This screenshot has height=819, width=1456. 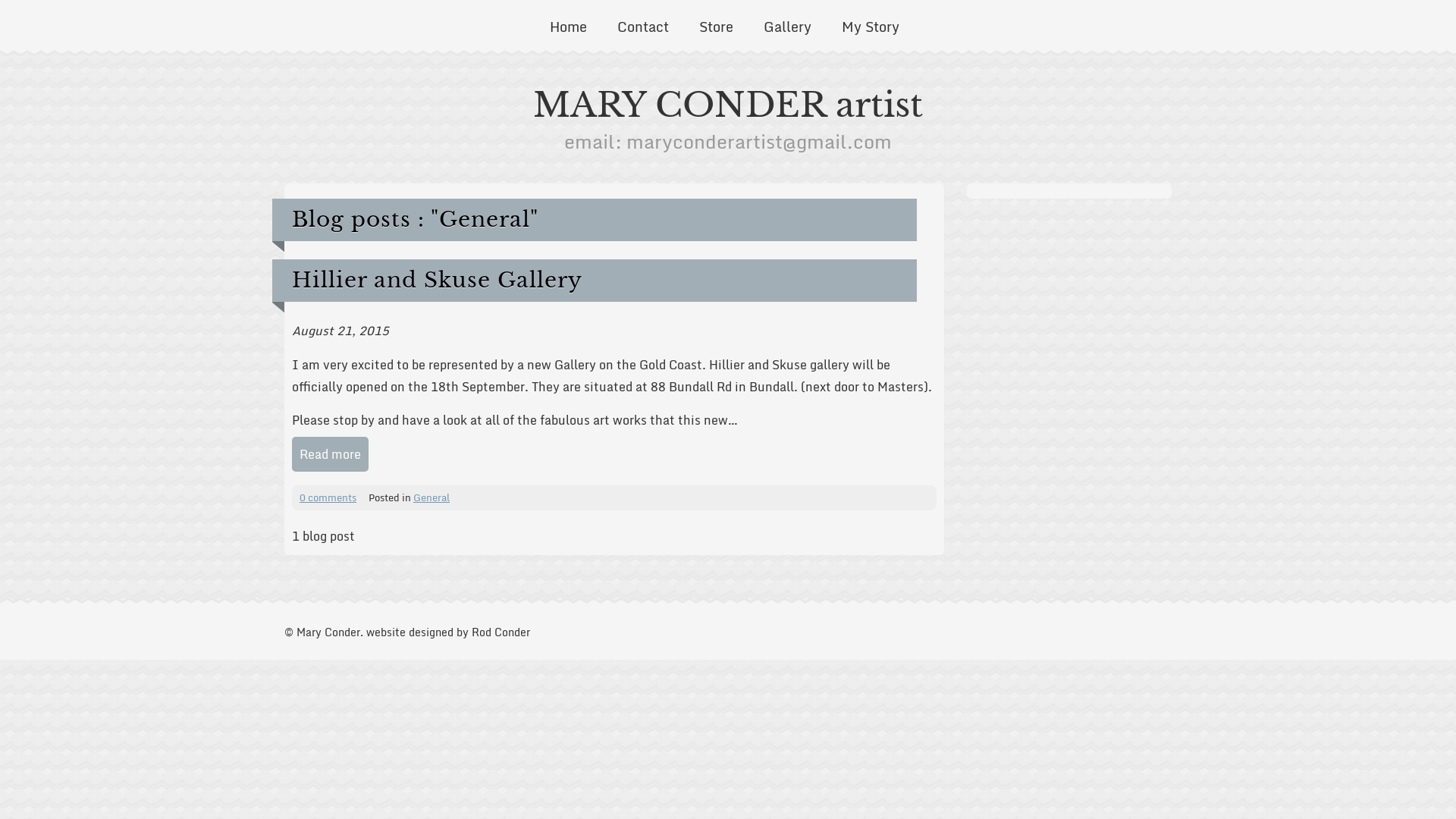 What do you see at coordinates (829, 26) in the screenshot?
I see `'My Story'` at bounding box center [829, 26].